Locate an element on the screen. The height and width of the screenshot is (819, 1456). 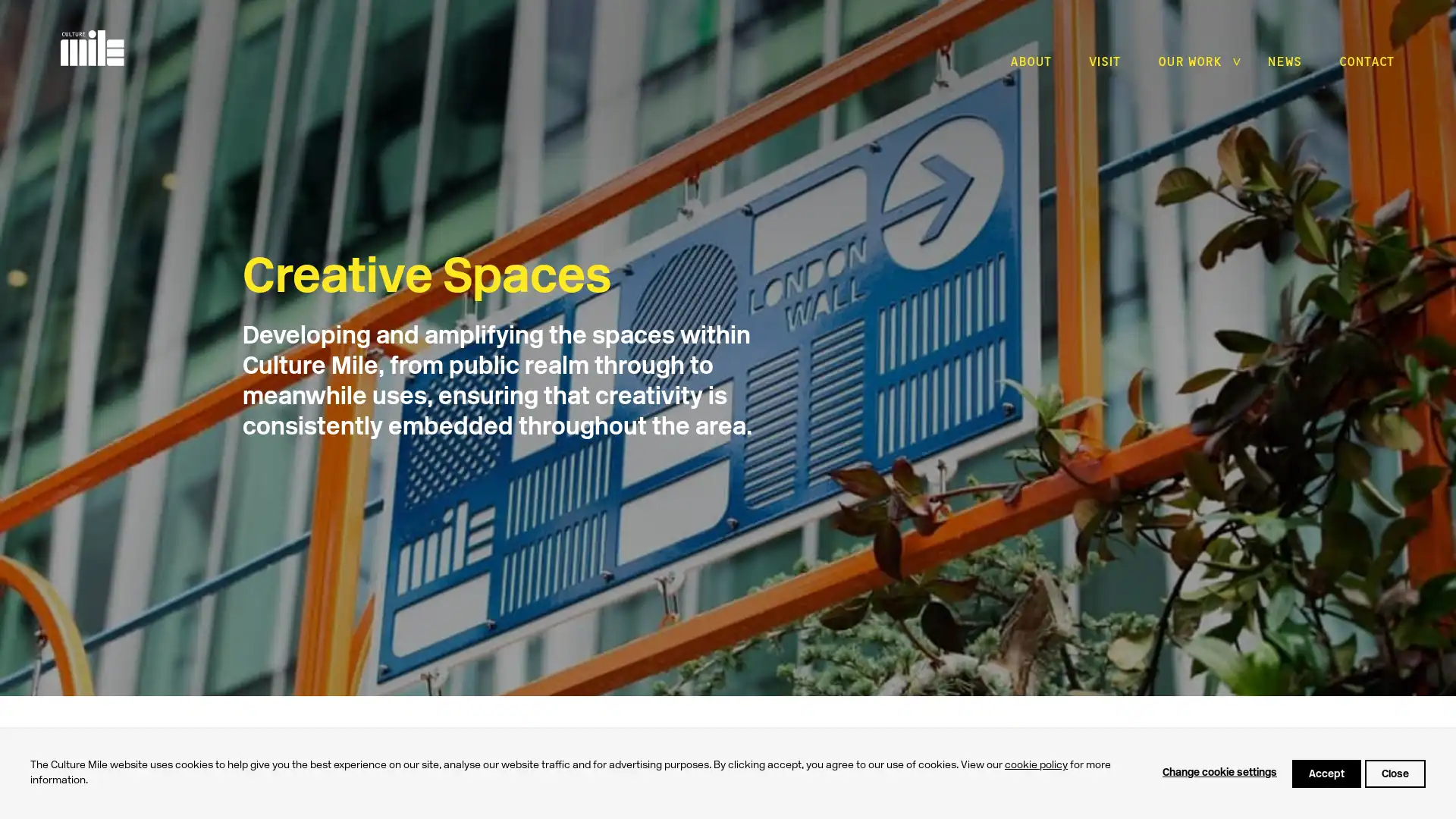
Close is located at coordinates (1395, 773).